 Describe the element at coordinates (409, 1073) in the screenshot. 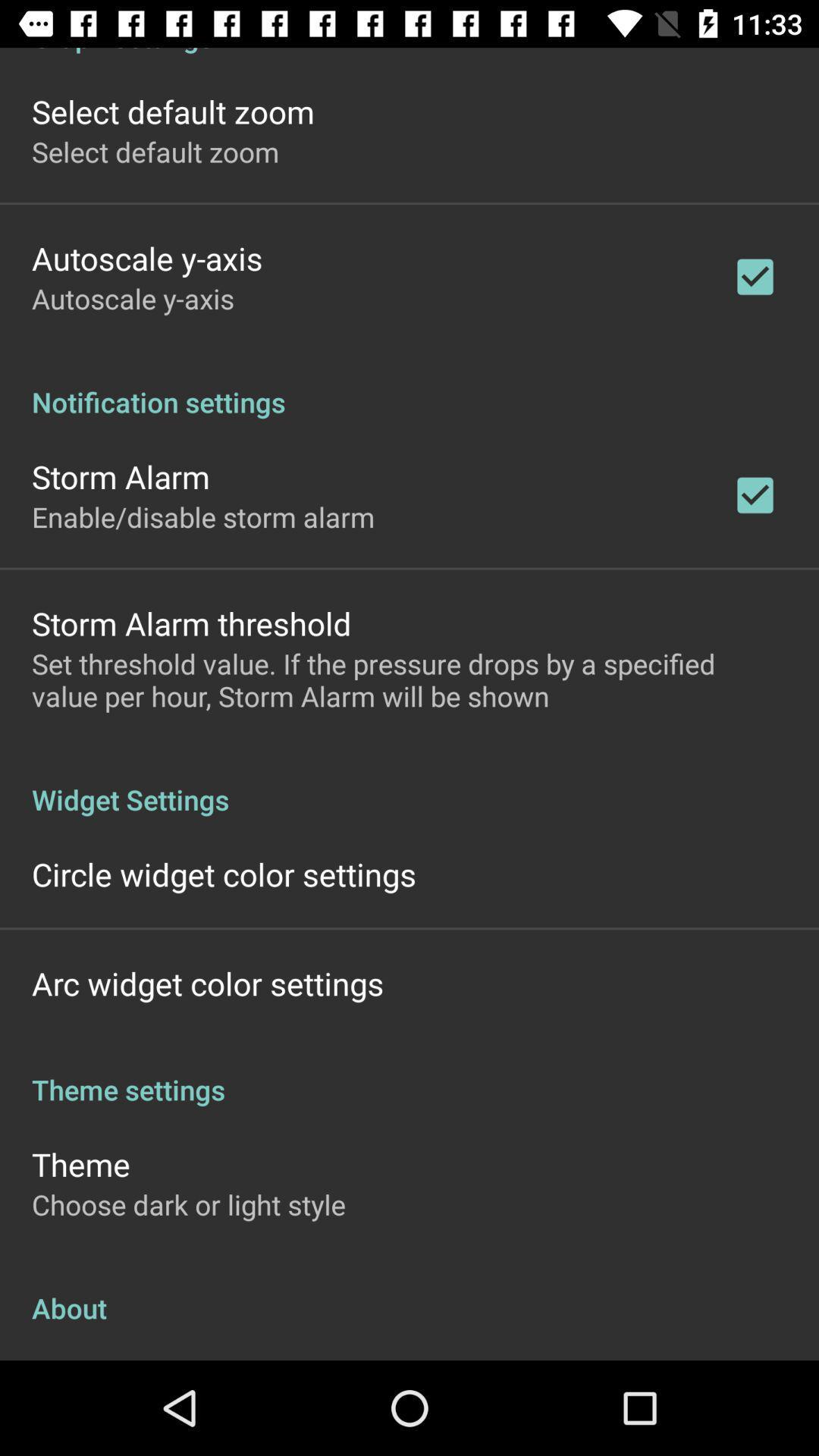

I see `the icon below the arc widget color app` at that location.